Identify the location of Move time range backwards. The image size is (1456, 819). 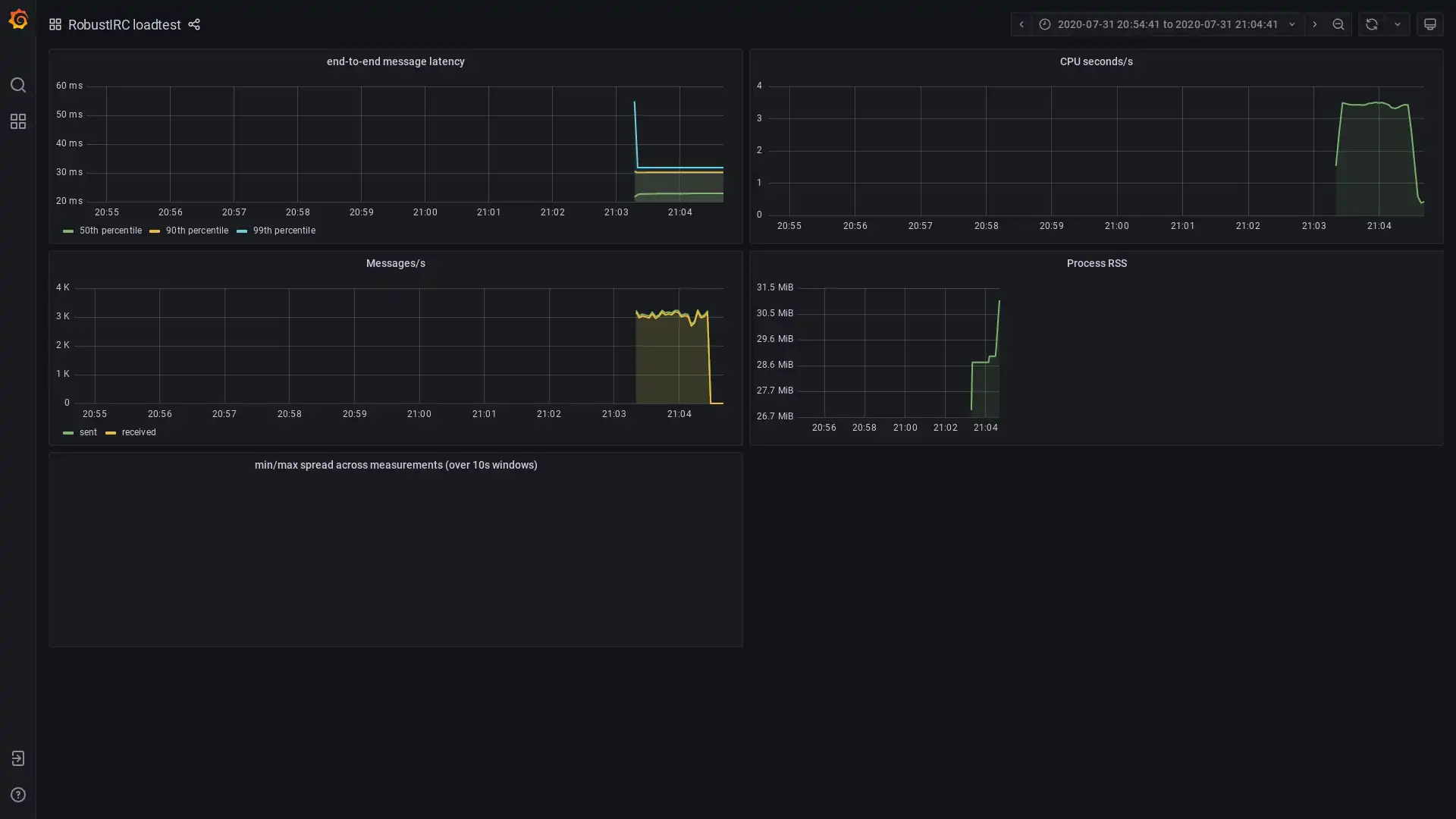
(1020, 24).